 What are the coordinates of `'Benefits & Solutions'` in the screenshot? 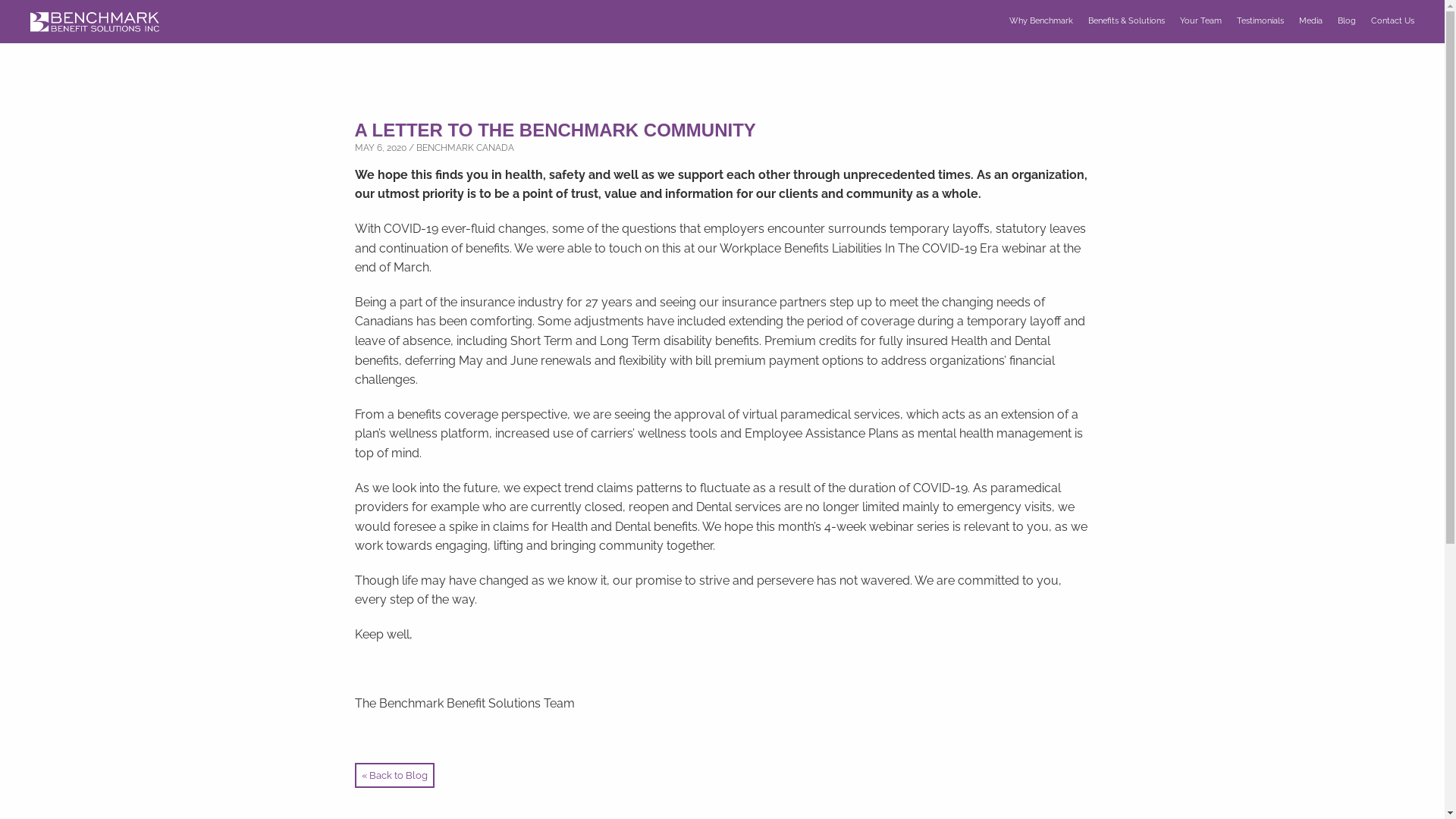 It's located at (1087, 20).